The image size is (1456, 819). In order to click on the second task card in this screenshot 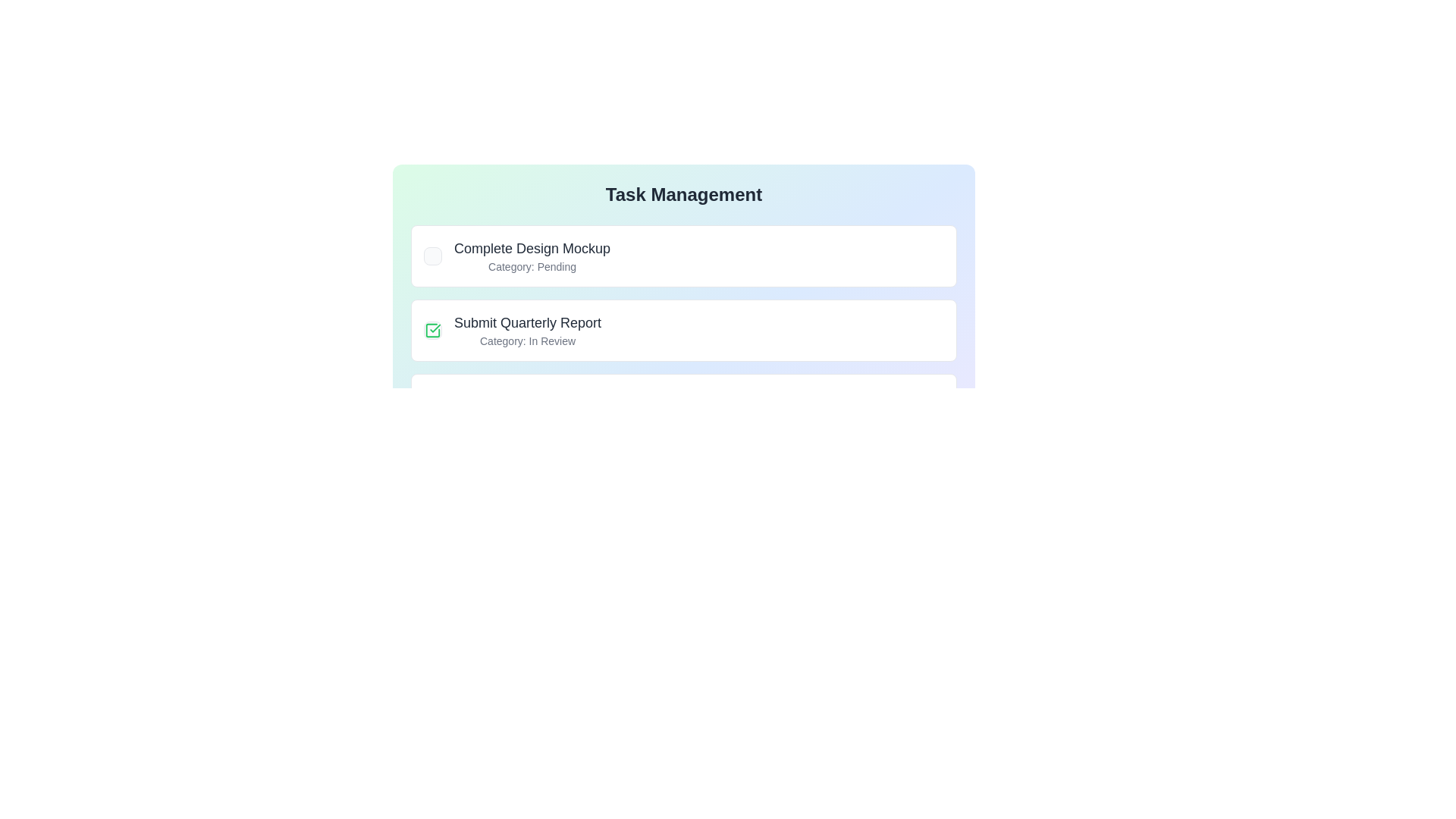, I will do `click(683, 329)`.